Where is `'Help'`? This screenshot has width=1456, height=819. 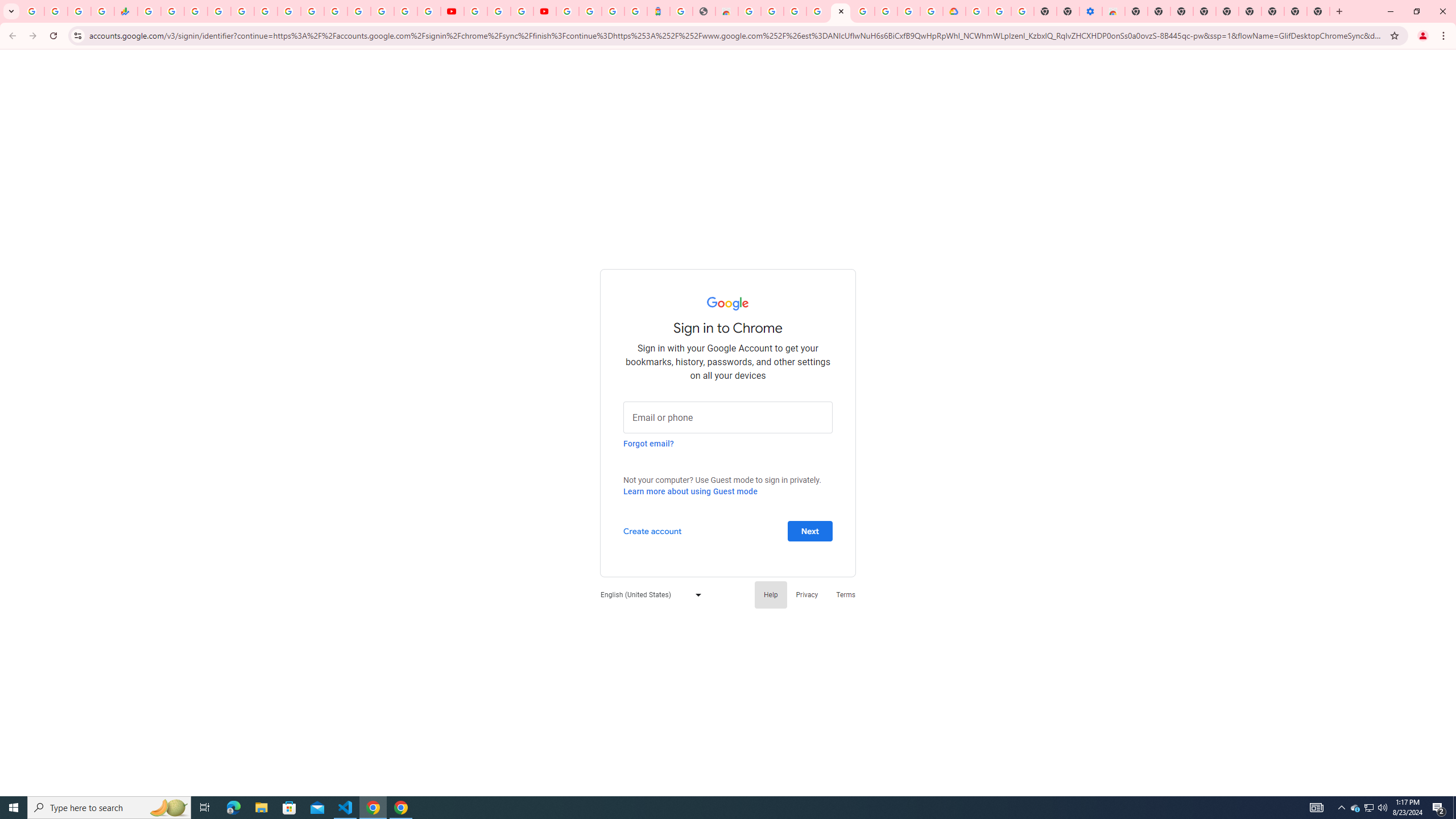 'Help' is located at coordinates (770, 594).